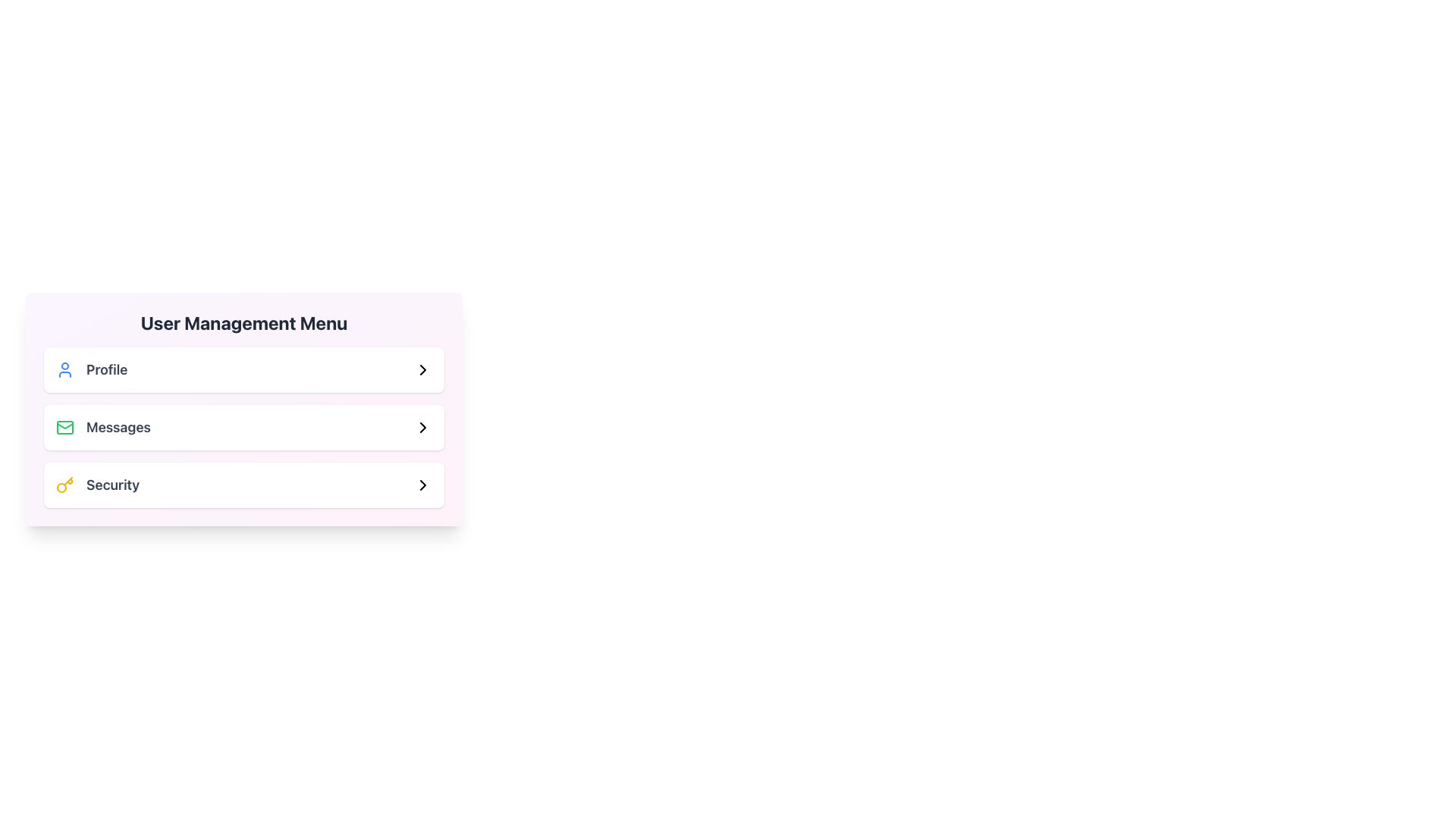 The image size is (1456, 819). Describe the element at coordinates (422, 427) in the screenshot. I see `the right-facing chevron icon located at the far right side of the 'Messages' menu item in the 'User Management Menu'` at that location.